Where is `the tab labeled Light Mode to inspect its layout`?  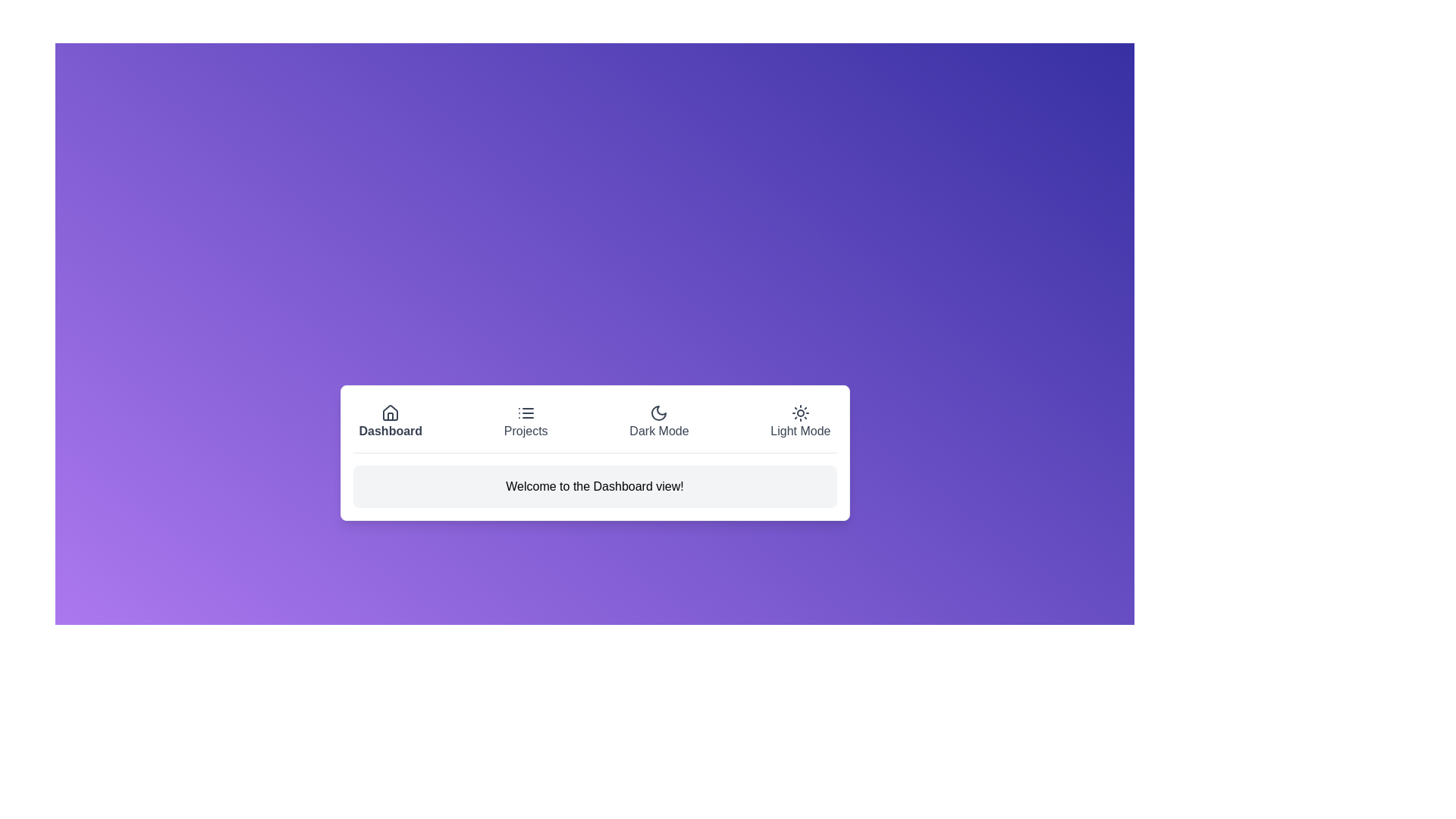
the tab labeled Light Mode to inspect its layout is located at coordinates (799, 421).